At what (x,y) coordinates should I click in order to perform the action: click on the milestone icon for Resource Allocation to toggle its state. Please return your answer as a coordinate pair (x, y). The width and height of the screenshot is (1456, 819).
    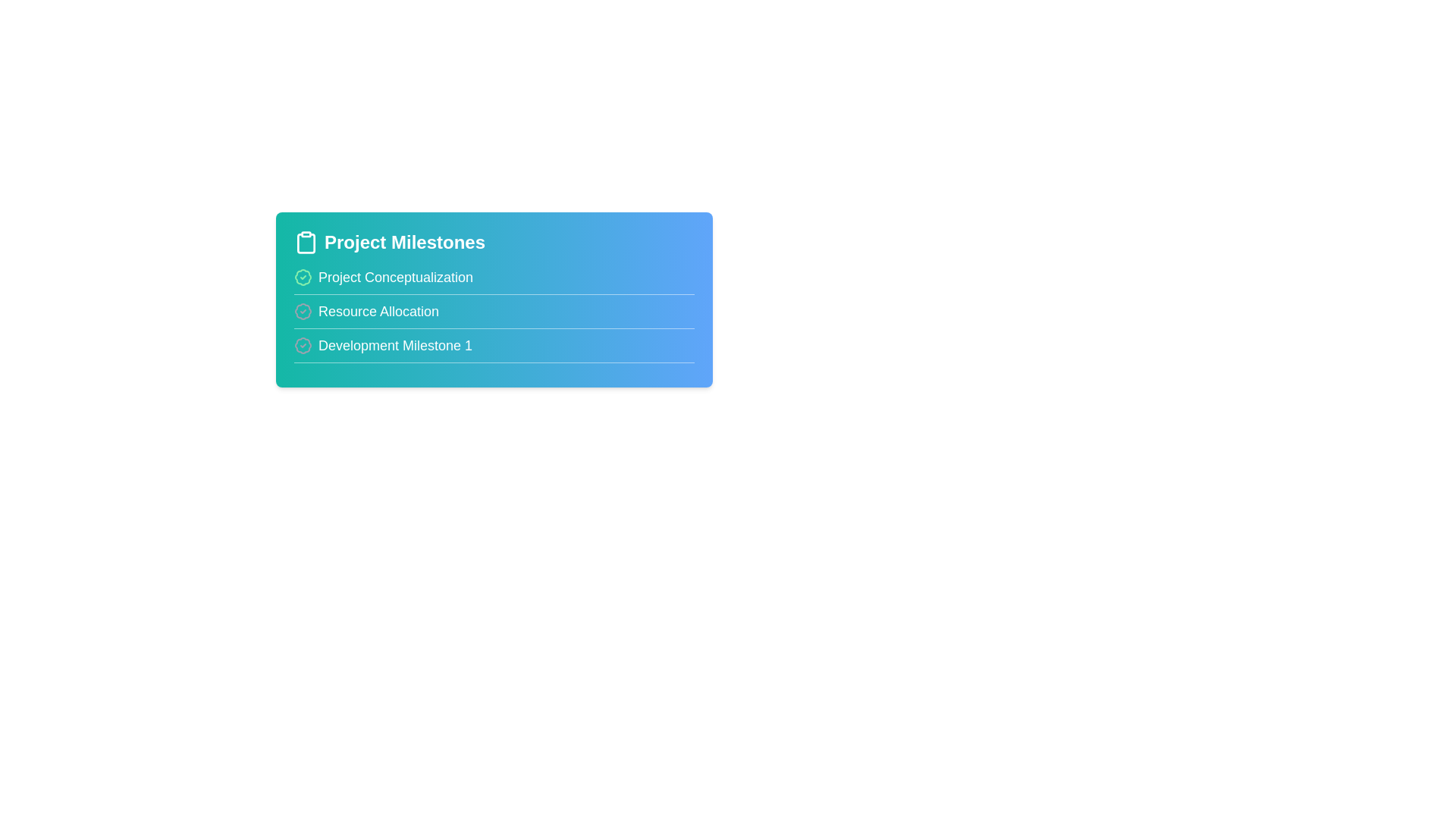
    Looking at the image, I should click on (303, 311).